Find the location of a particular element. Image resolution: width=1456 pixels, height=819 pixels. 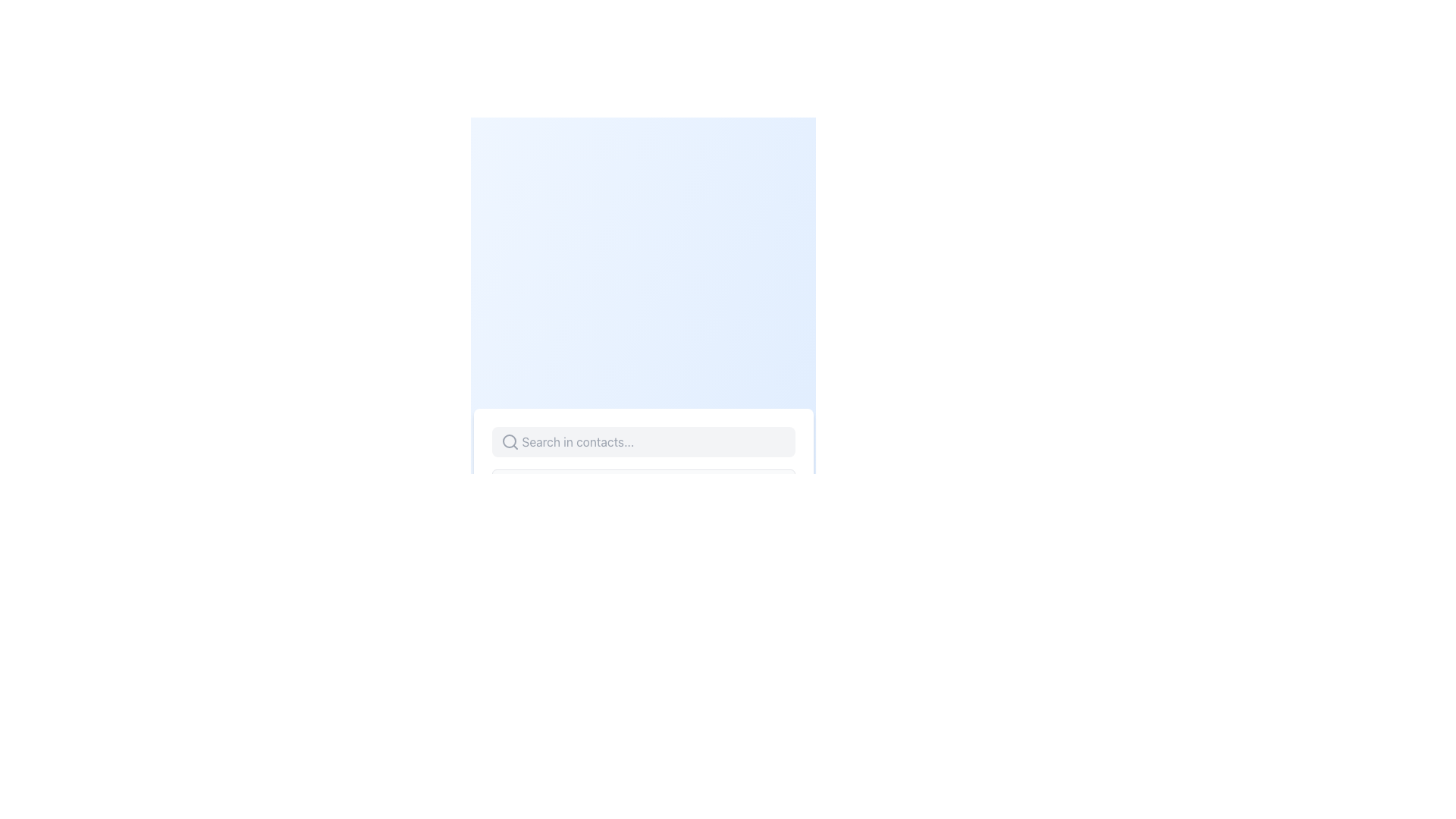

the decorative SVG circle element that serves as the central part of the magnifying glass icon for the search input field labeled 'Search in contacts...' is located at coordinates (509, 441).